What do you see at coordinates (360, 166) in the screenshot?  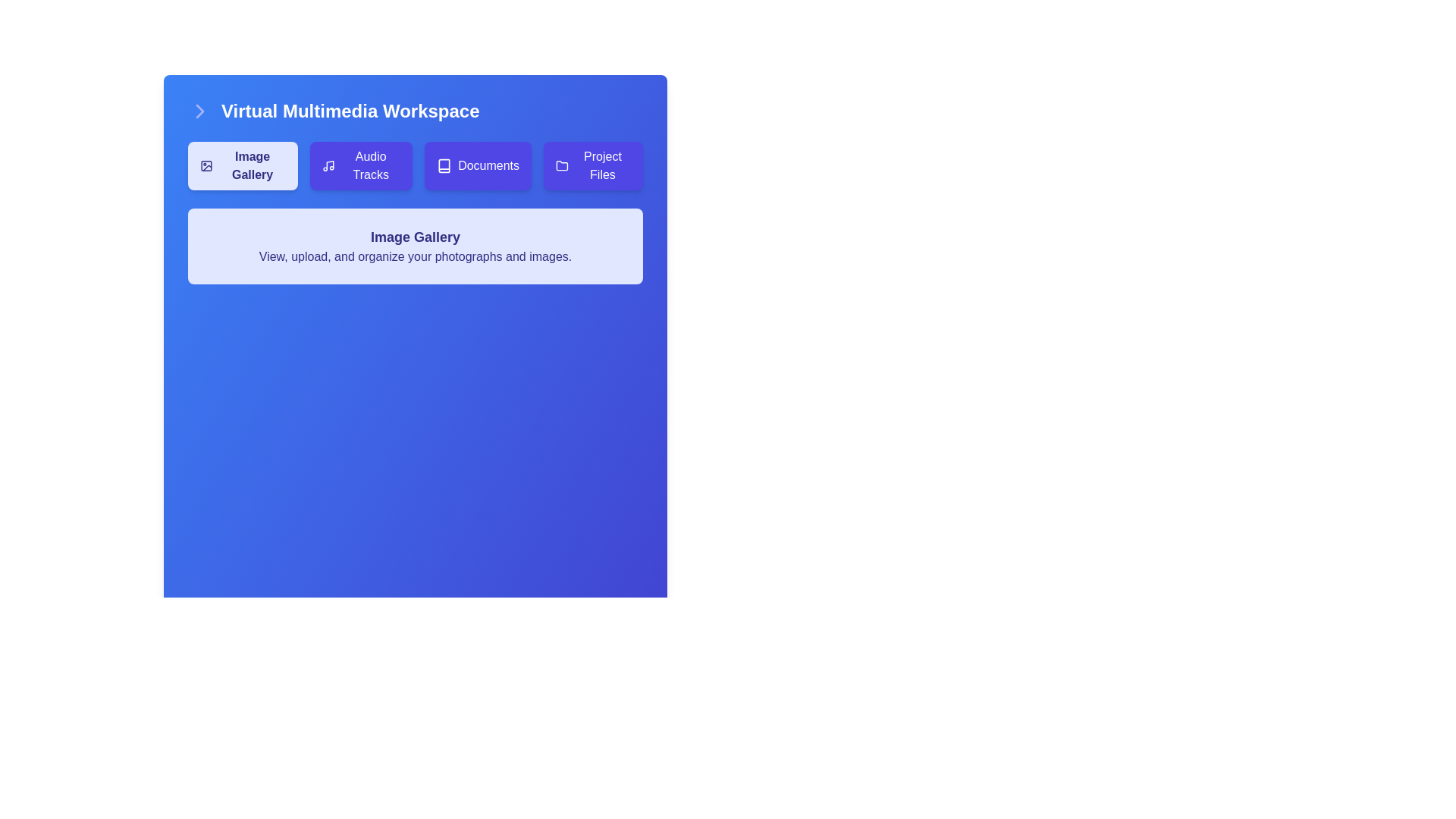 I see `the 'Audio Tracks' button, which is a rectangular button with rounded corners, a blue gradient background, a music note icon on the left, and white text on the right` at bounding box center [360, 166].